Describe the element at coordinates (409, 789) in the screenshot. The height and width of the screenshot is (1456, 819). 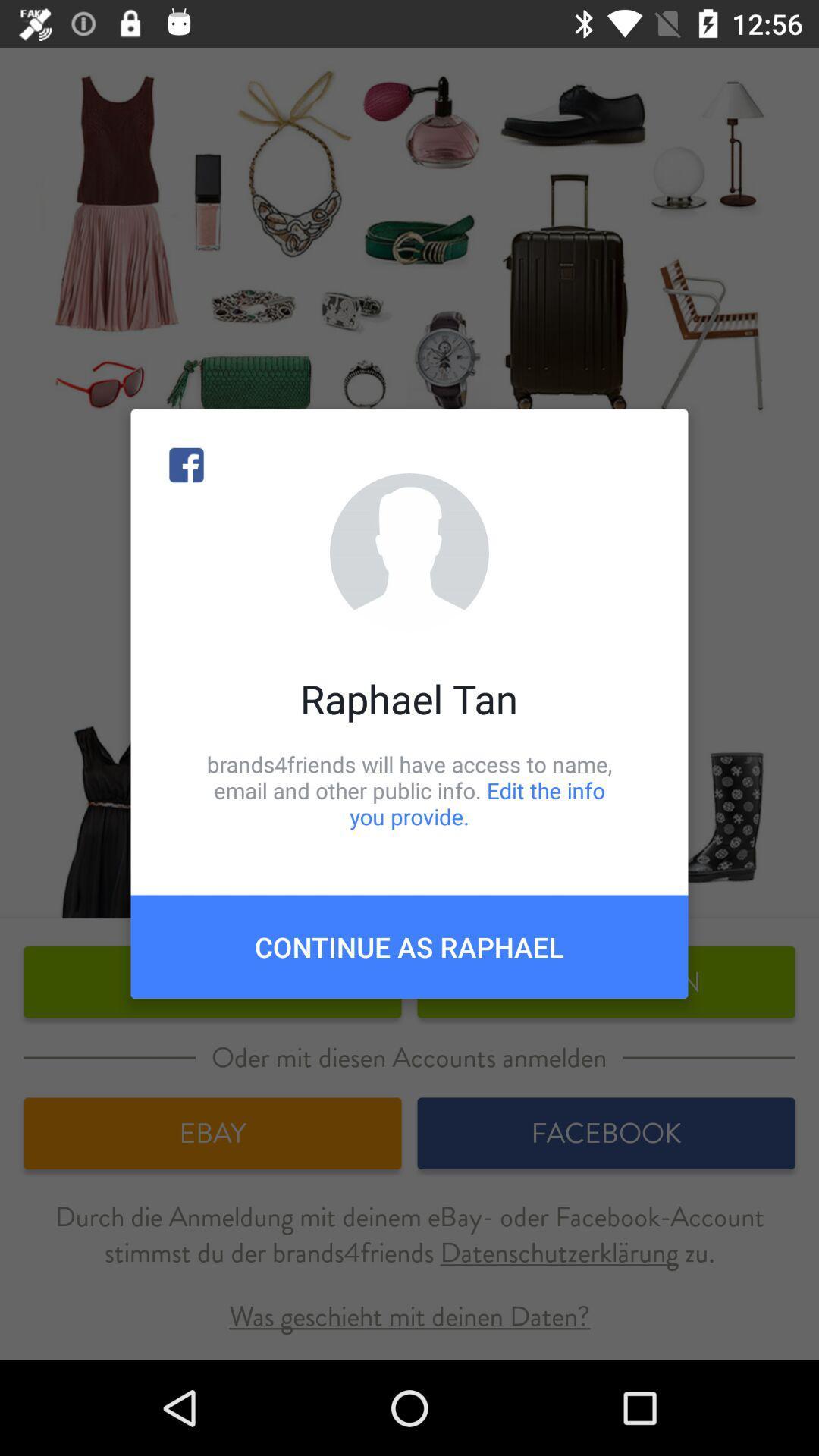
I see `brands4friends will have item` at that location.